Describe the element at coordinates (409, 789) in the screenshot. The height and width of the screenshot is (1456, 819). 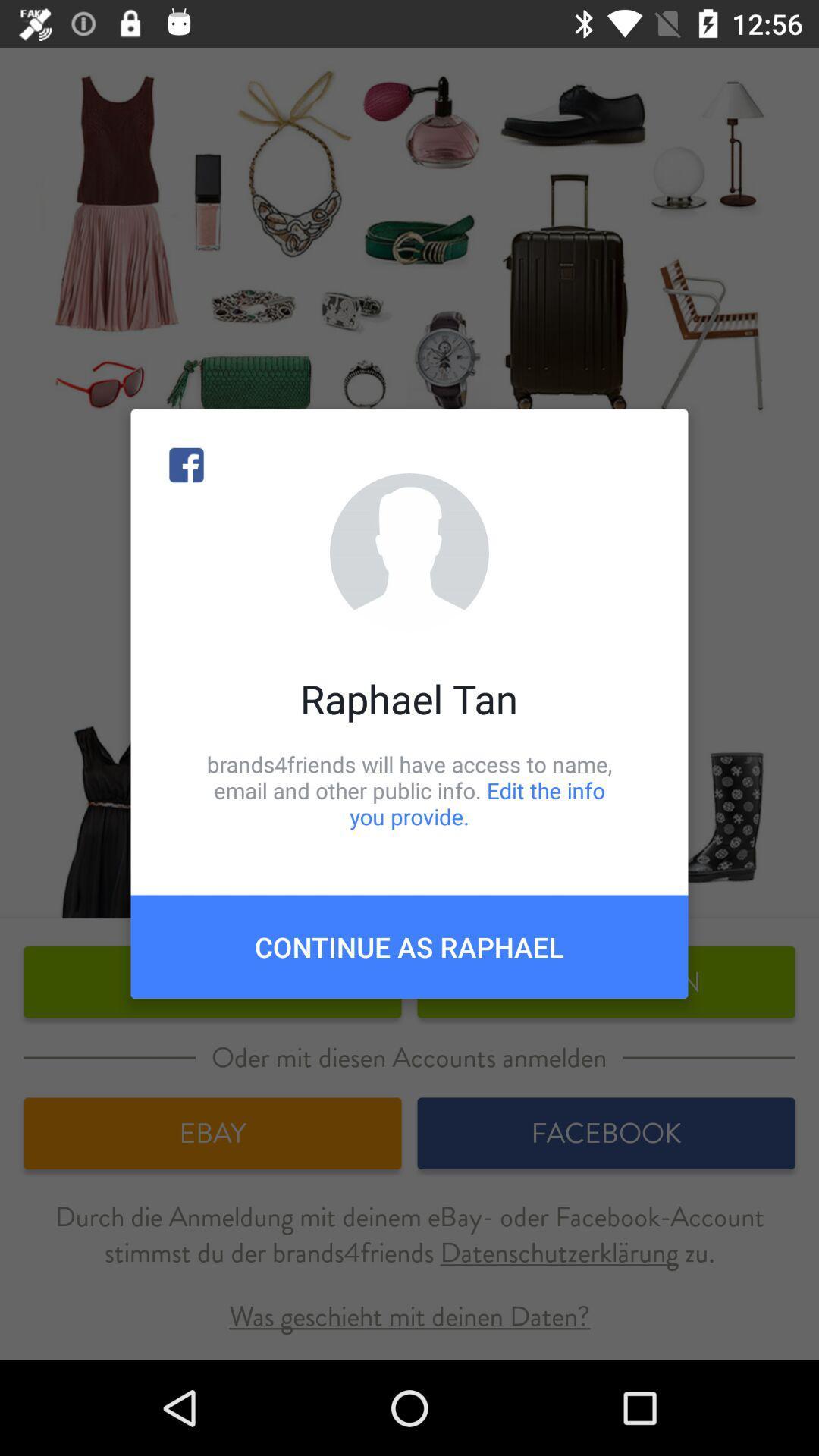
I see `brands4friends will have item` at that location.